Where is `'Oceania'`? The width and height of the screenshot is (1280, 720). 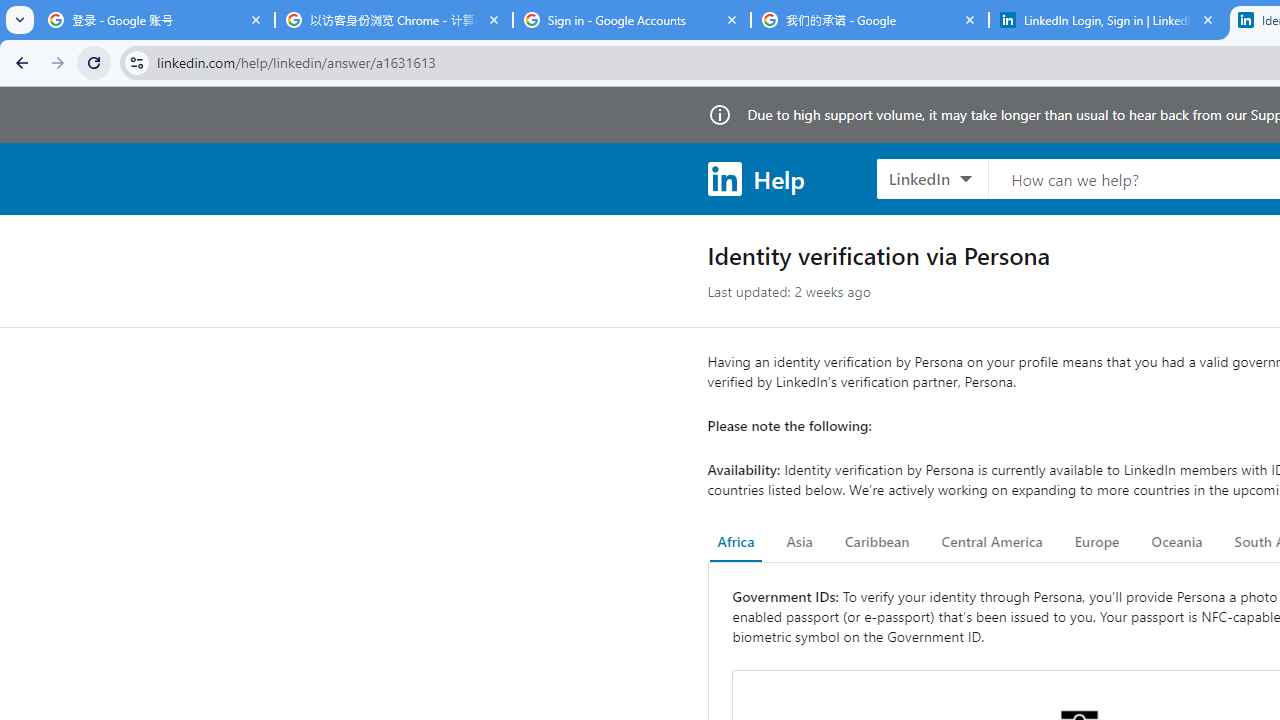
'Oceania' is located at coordinates (1176, 542).